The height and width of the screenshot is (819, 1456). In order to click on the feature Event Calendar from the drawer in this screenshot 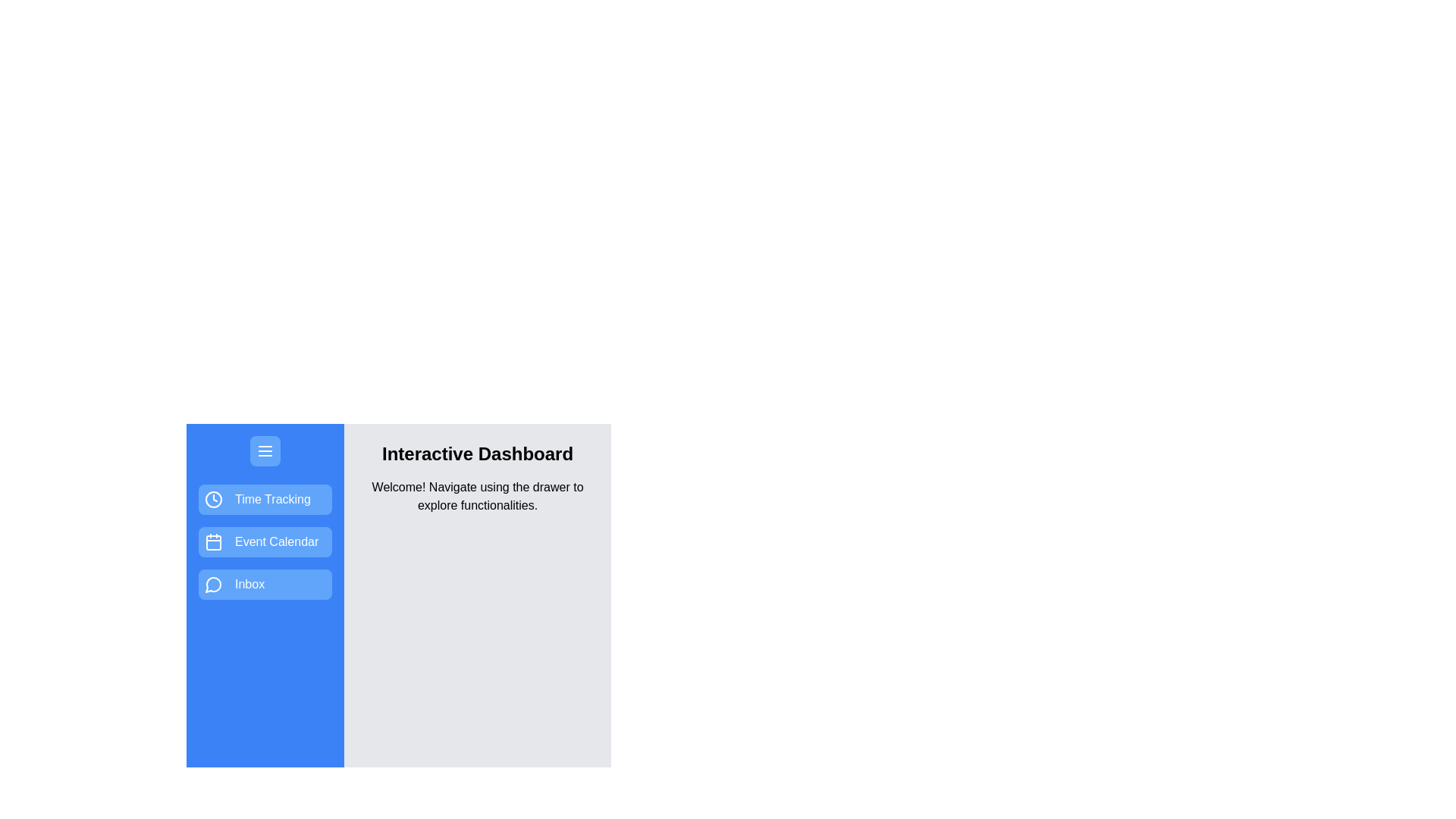, I will do `click(265, 541)`.